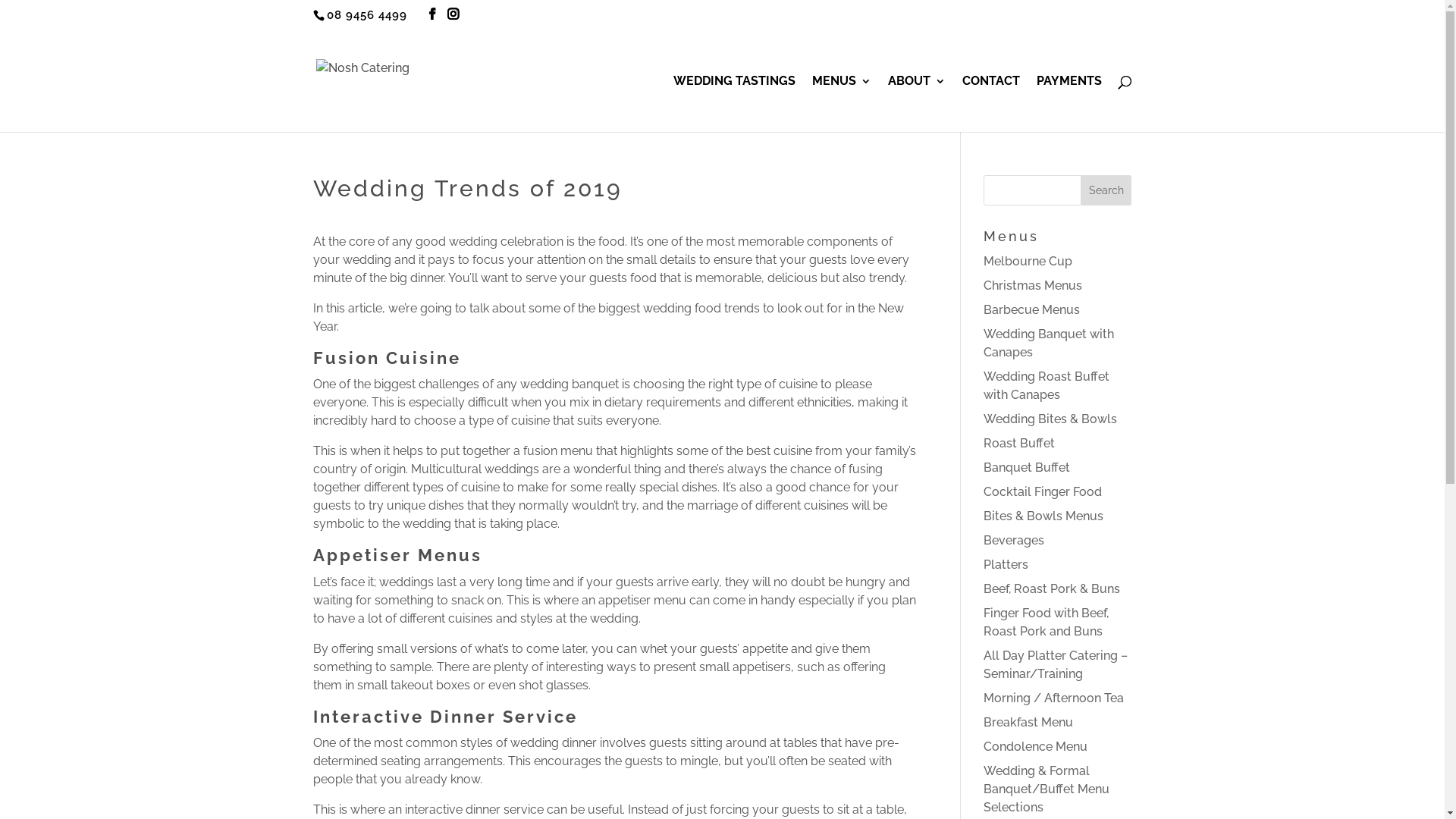 The image size is (1456, 819). What do you see at coordinates (1043, 515) in the screenshot?
I see `'Bites & Bowls Menus'` at bounding box center [1043, 515].